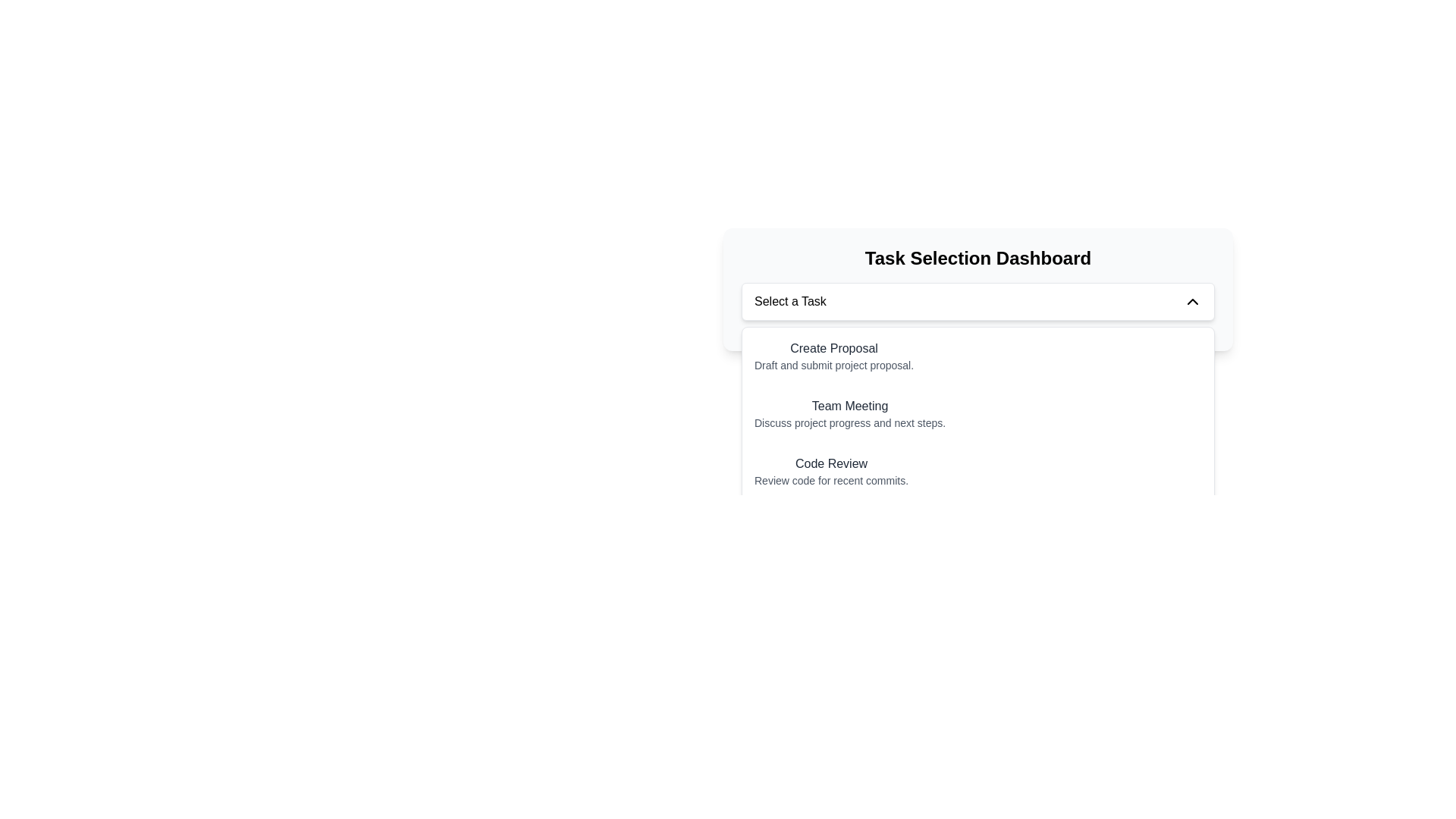  I want to click on the dropdown menu located in the center of the 'Task Selection Dashboard' interface for keyboard navigation, so click(978, 301).